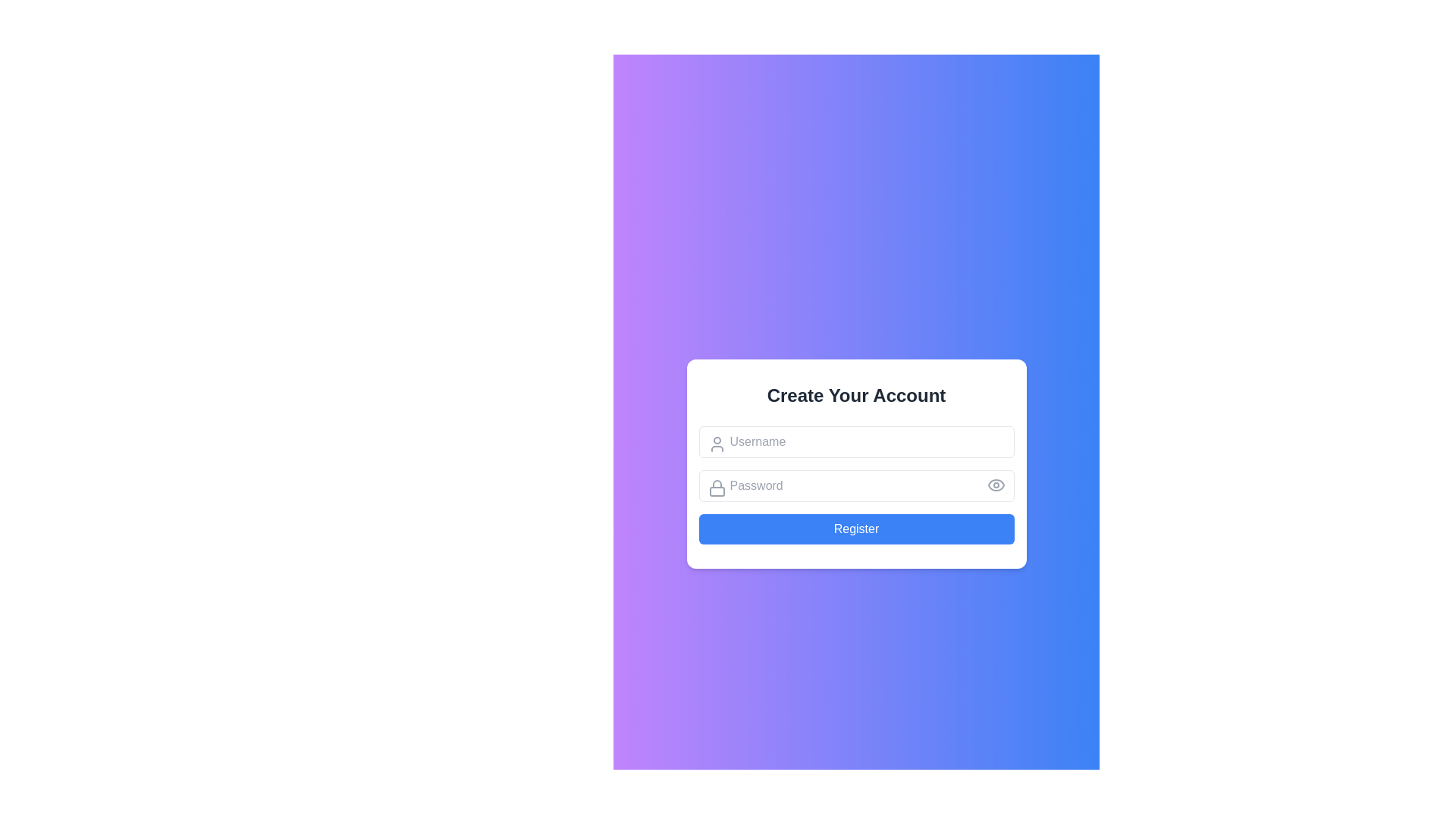  Describe the element at coordinates (716, 444) in the screenshot. I see `the icon located to the left of the username input field, which indicates the purpose of the adjacent text field for entering a username or user identifier` at that location.